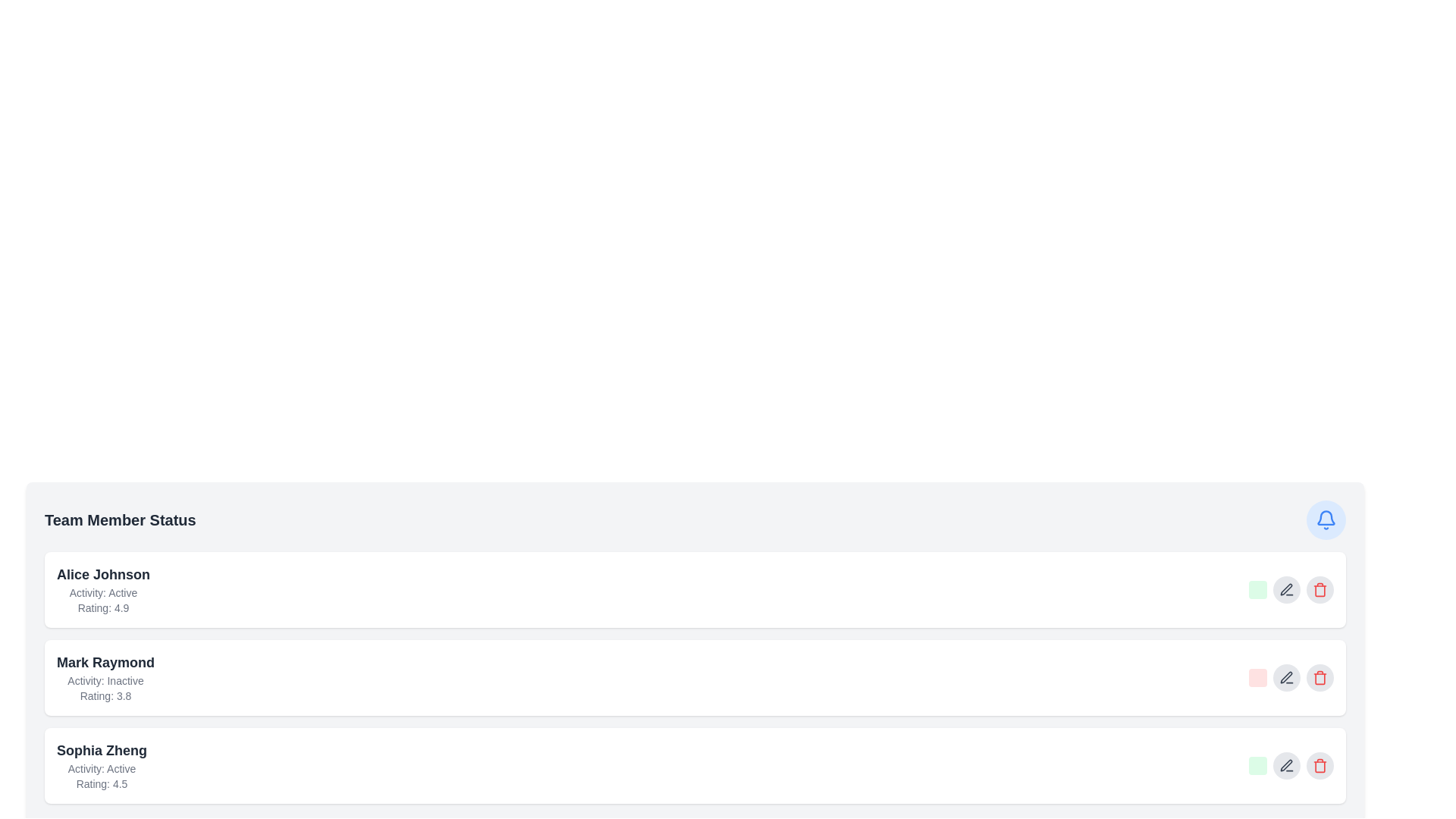 This screenshot has height=819, width=1456. Describe the element at coordinates (102, 575) in the screenshot. I see `the text label displaying 'Alice Johnson', which is the primary heading of the card and is aligned to the left at the top of the card` at that location.